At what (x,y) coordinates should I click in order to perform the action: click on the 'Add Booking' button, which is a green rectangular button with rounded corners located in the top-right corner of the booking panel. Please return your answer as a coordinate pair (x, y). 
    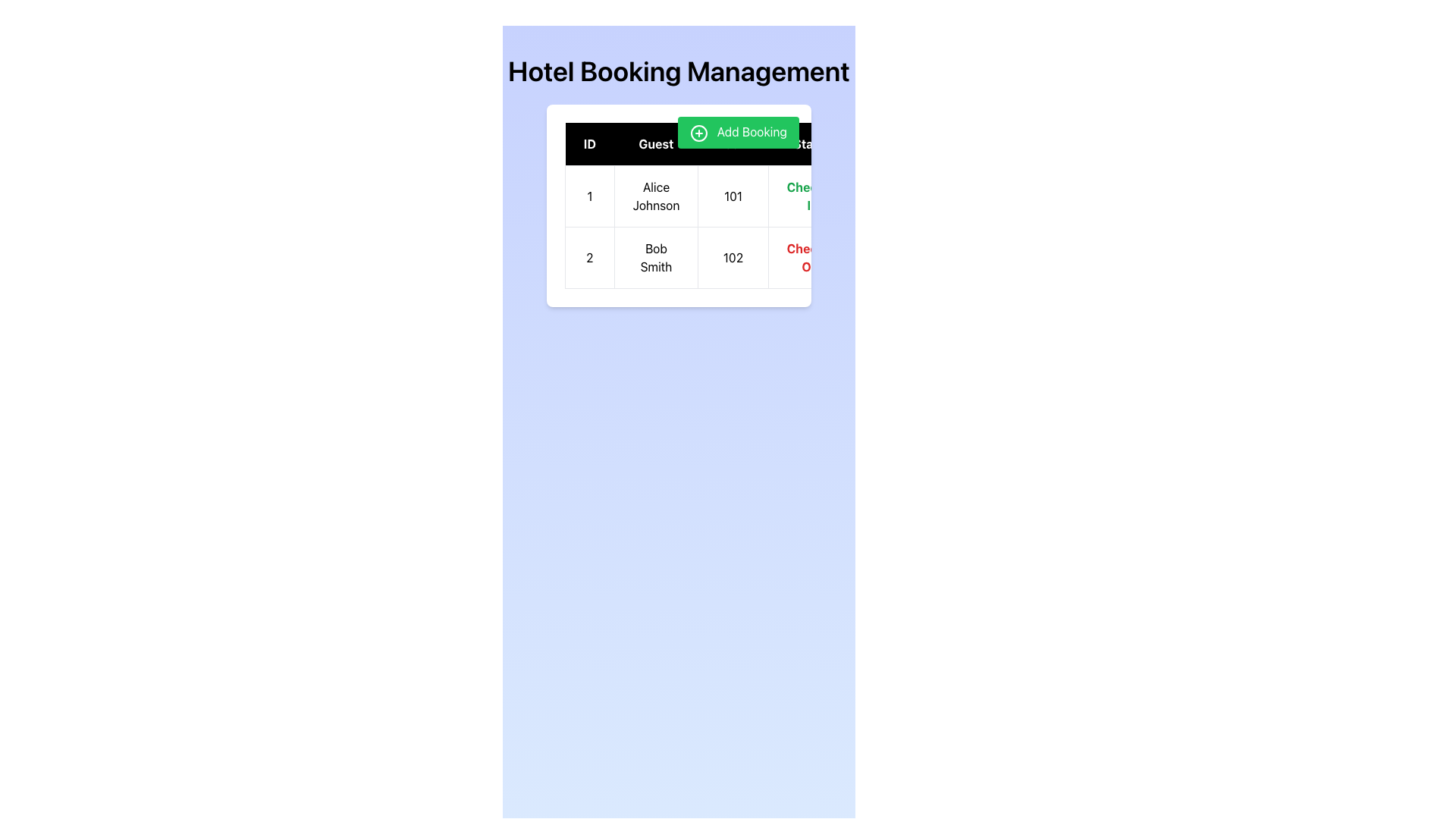
    Looking at the image, I should click on (738, 131).